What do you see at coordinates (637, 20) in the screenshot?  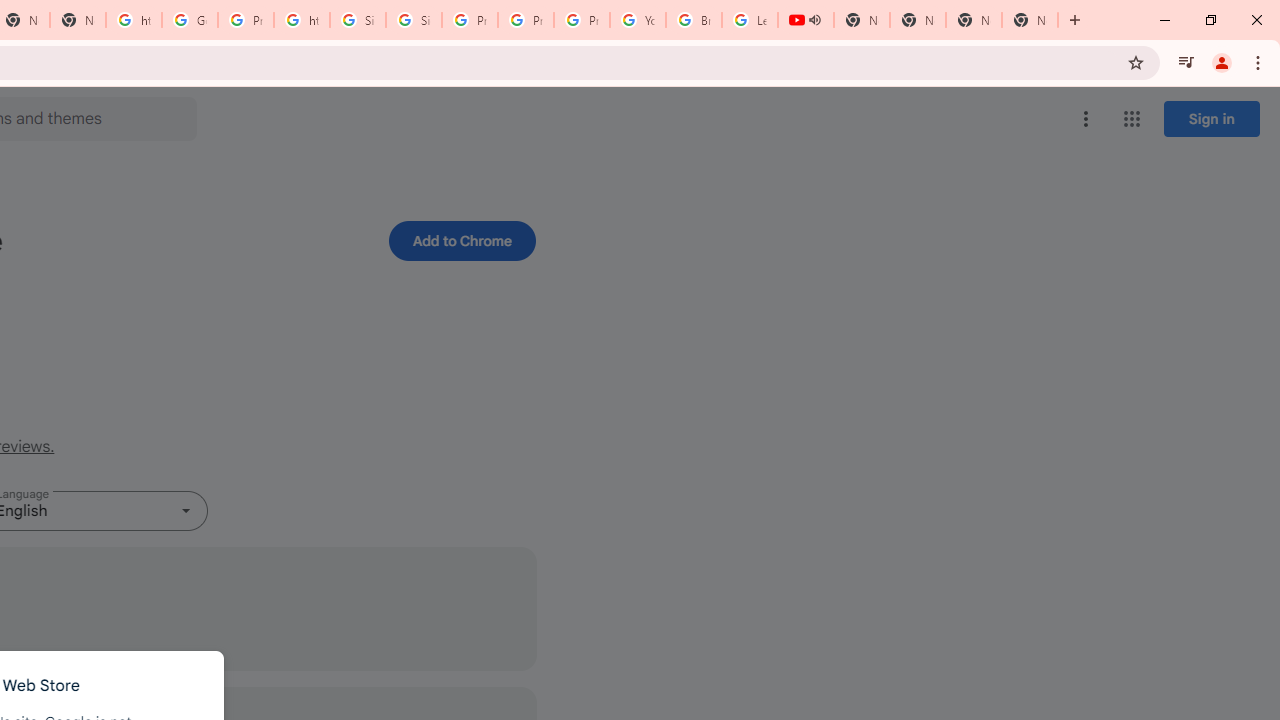 I see `'YouTube'` at bounding box center [637, 20].